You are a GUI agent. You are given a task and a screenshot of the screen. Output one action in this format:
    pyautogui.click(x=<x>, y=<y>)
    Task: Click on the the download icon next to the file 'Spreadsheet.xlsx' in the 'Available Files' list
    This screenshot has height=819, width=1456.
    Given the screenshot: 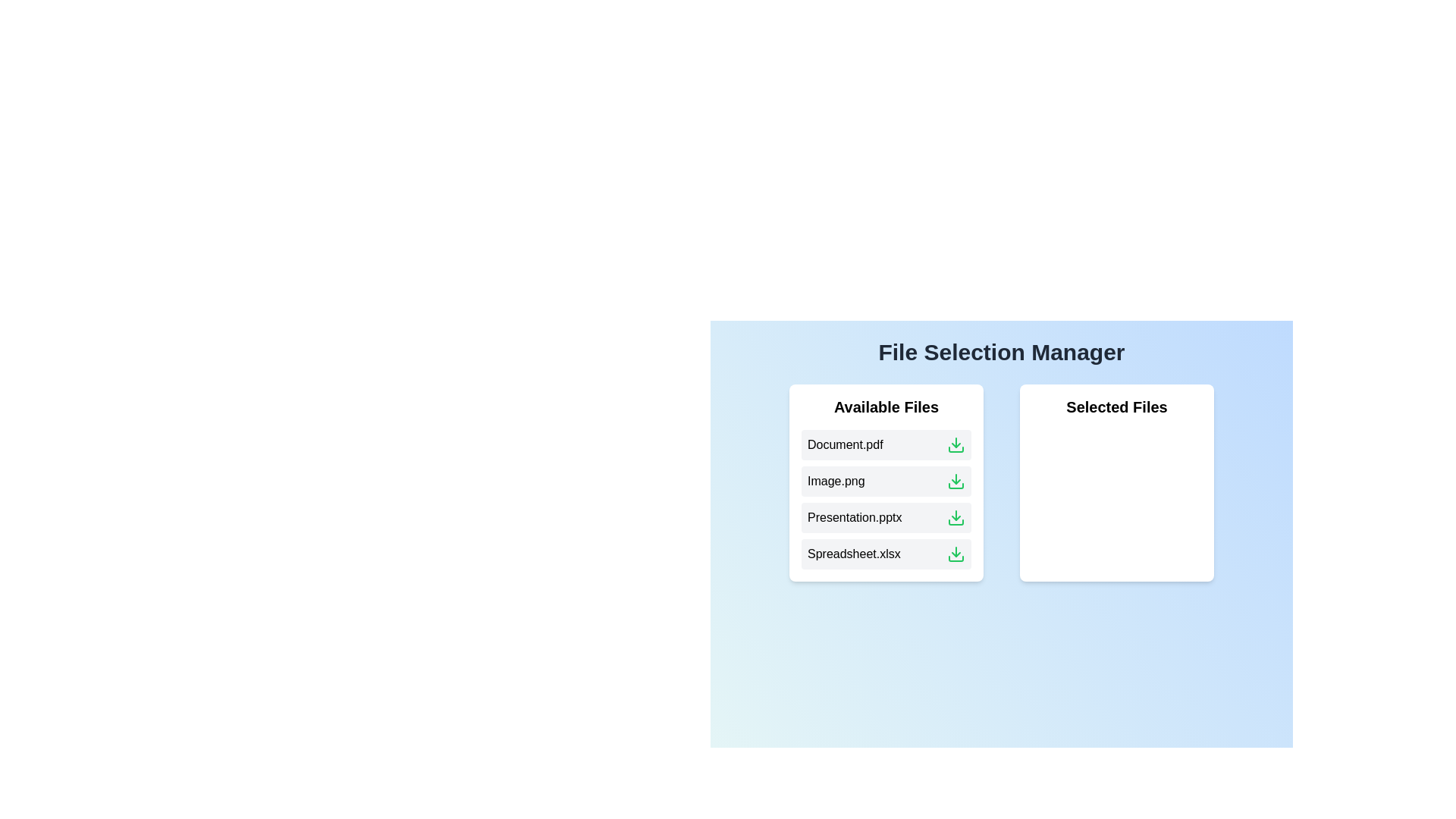 What is the action you would take?
    pyautogui.click(x=955, y=554)
    